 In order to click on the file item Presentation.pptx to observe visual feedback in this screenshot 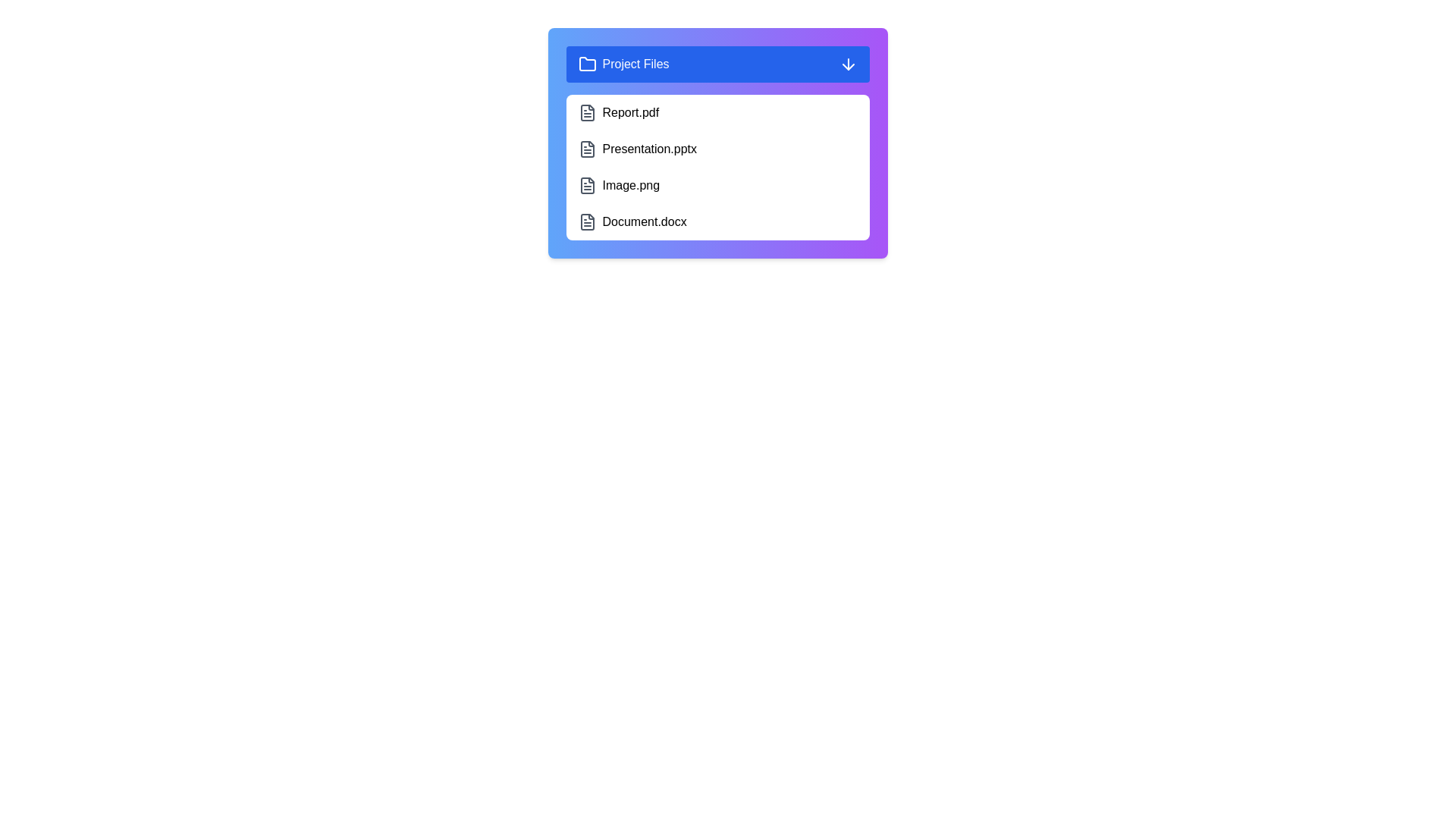, I will do `click(717, 149)`.